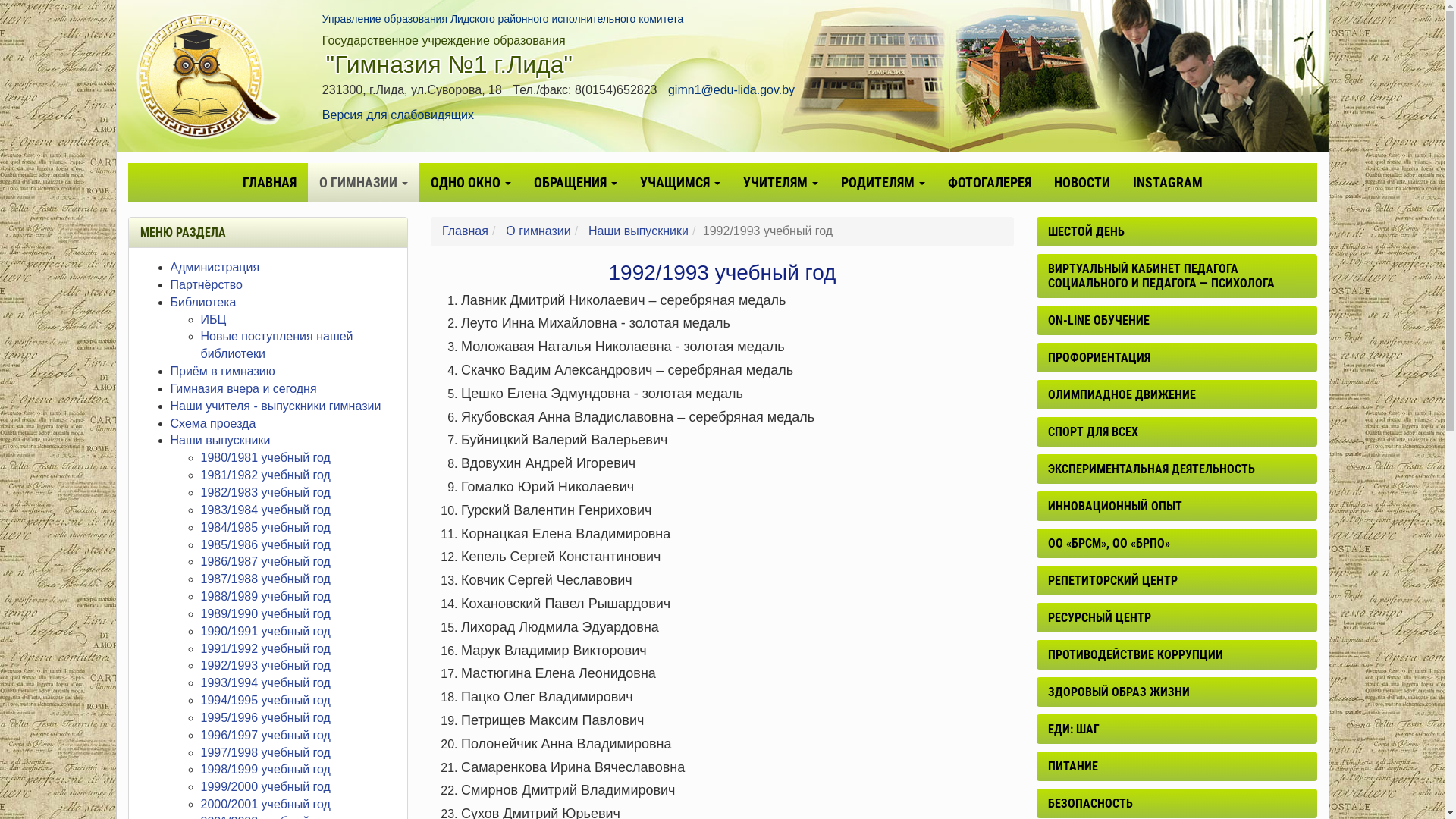  What do you see at coordinates (1166, 181) in the screenshot?
I see `'INSTAGRAM'` at bounding box center [1166, 181].